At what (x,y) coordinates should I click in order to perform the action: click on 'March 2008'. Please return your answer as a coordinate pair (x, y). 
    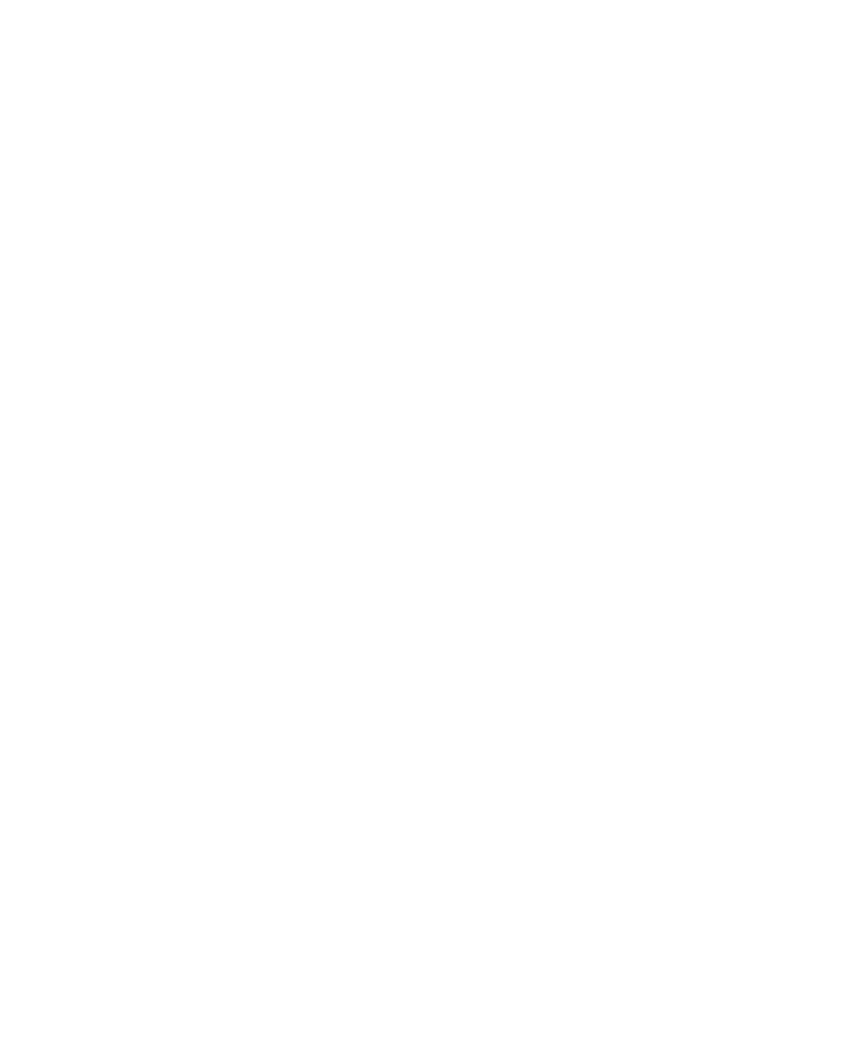
    Looking at the image, I should click on (89, 960).